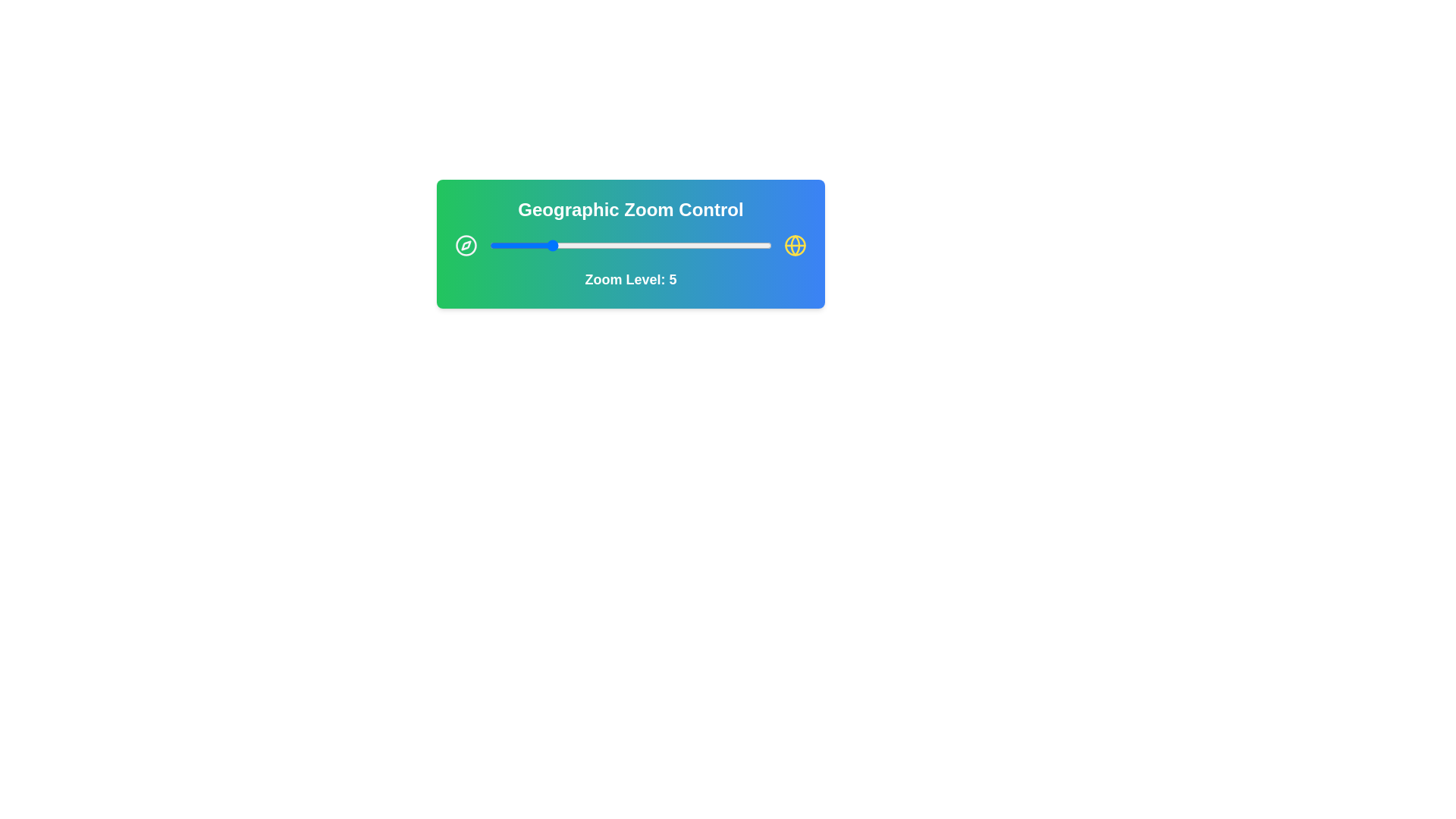  I want to click on the zoom level to 6 by interacting with the slider, so click(563, 245).